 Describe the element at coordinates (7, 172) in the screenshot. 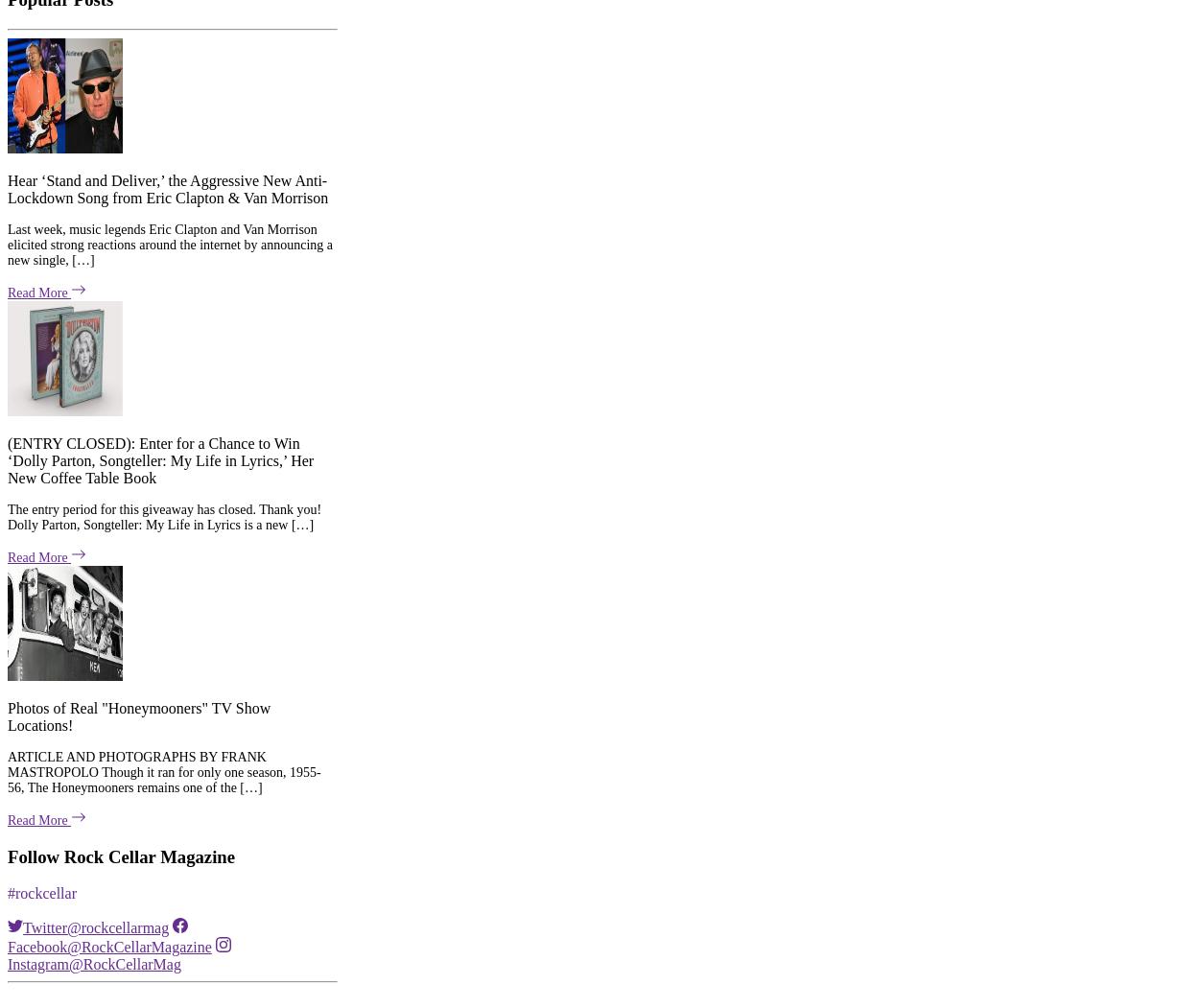

I see `'(ENTRY CLOSED): Enter for a Chance to Win ‘Dolly Parton, Songteller: My Life in Lyrics,’ Her New Coffee Table Book'` at that location.